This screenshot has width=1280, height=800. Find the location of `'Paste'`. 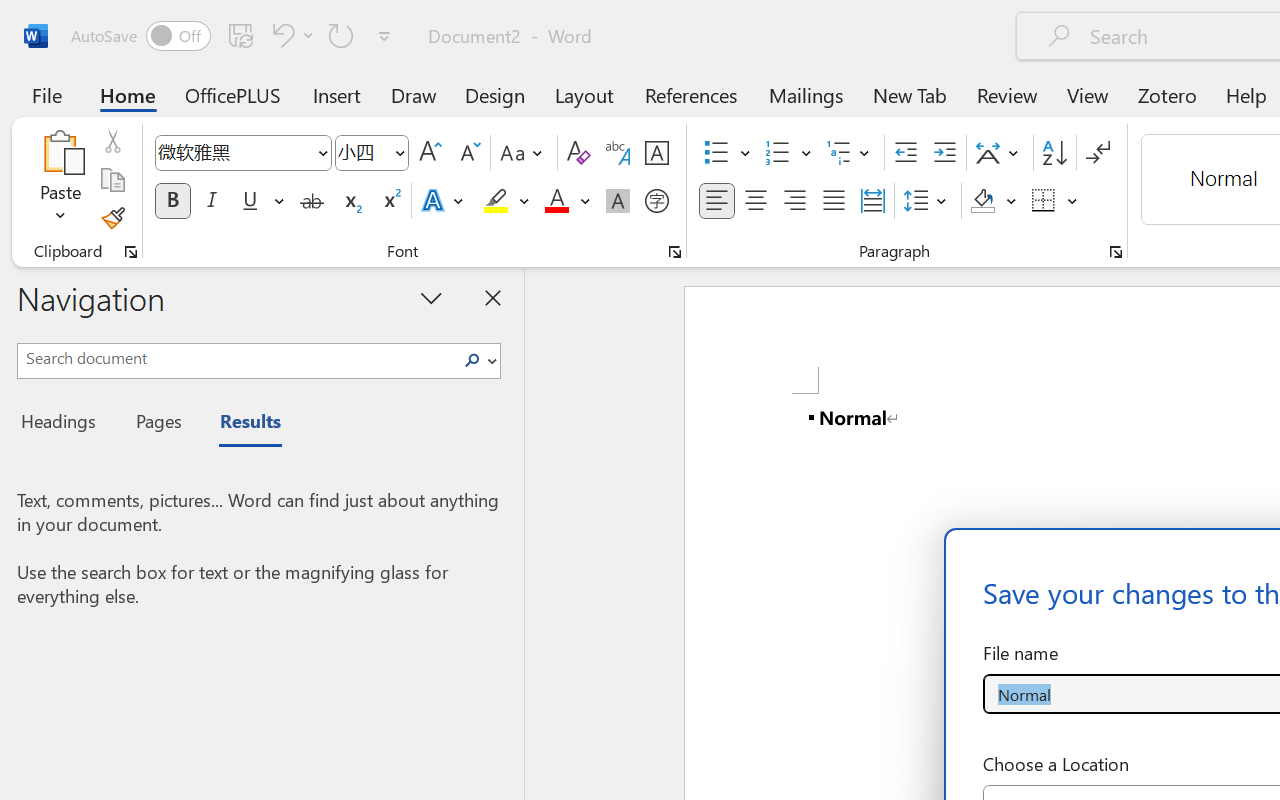

'Paste' is located at coordinates (60, 179).